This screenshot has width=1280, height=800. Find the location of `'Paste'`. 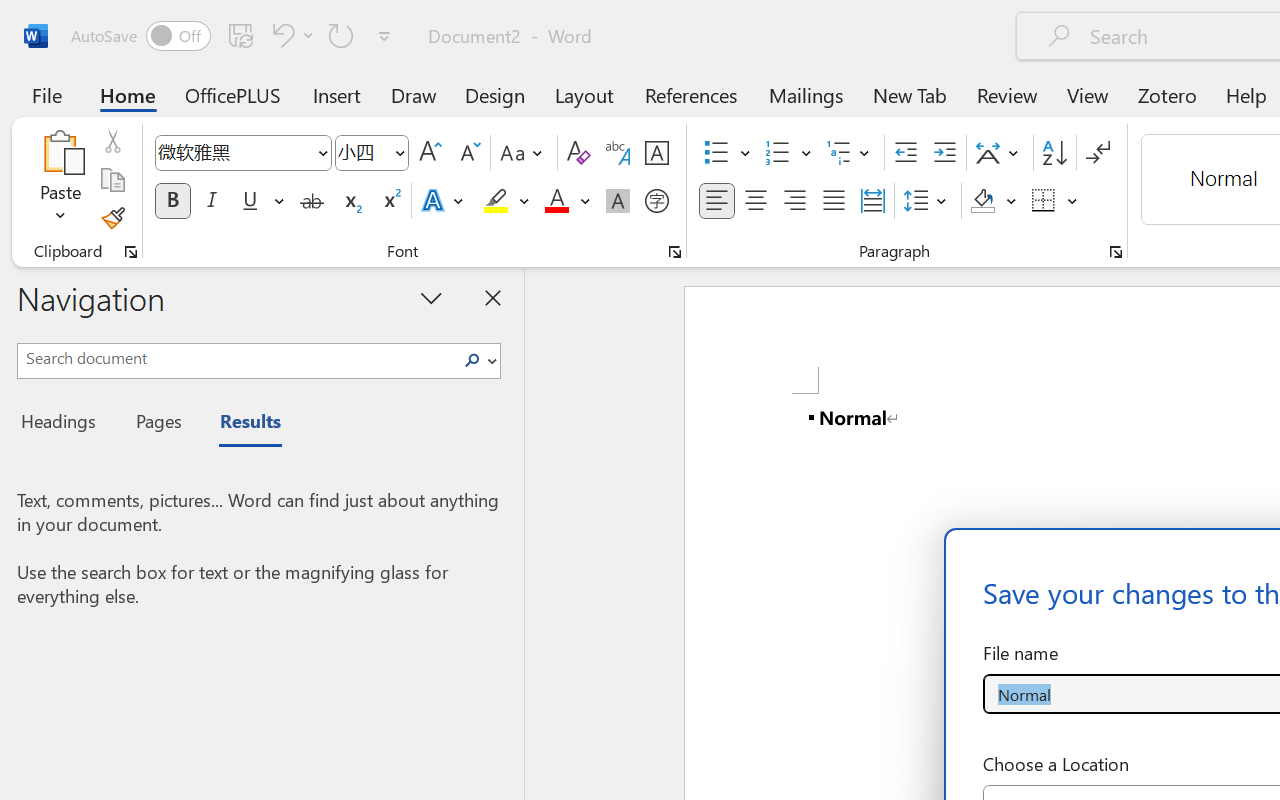

'Paste' is located at coordinates (60, 179).